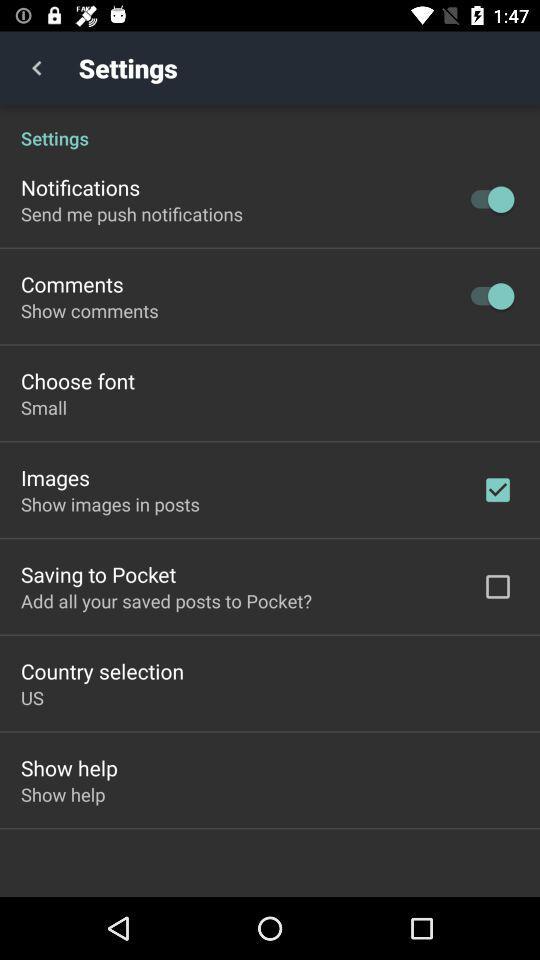  Describe the element at coordinates (76, 380) in the screenshot. I see `the choose font item` at that location.